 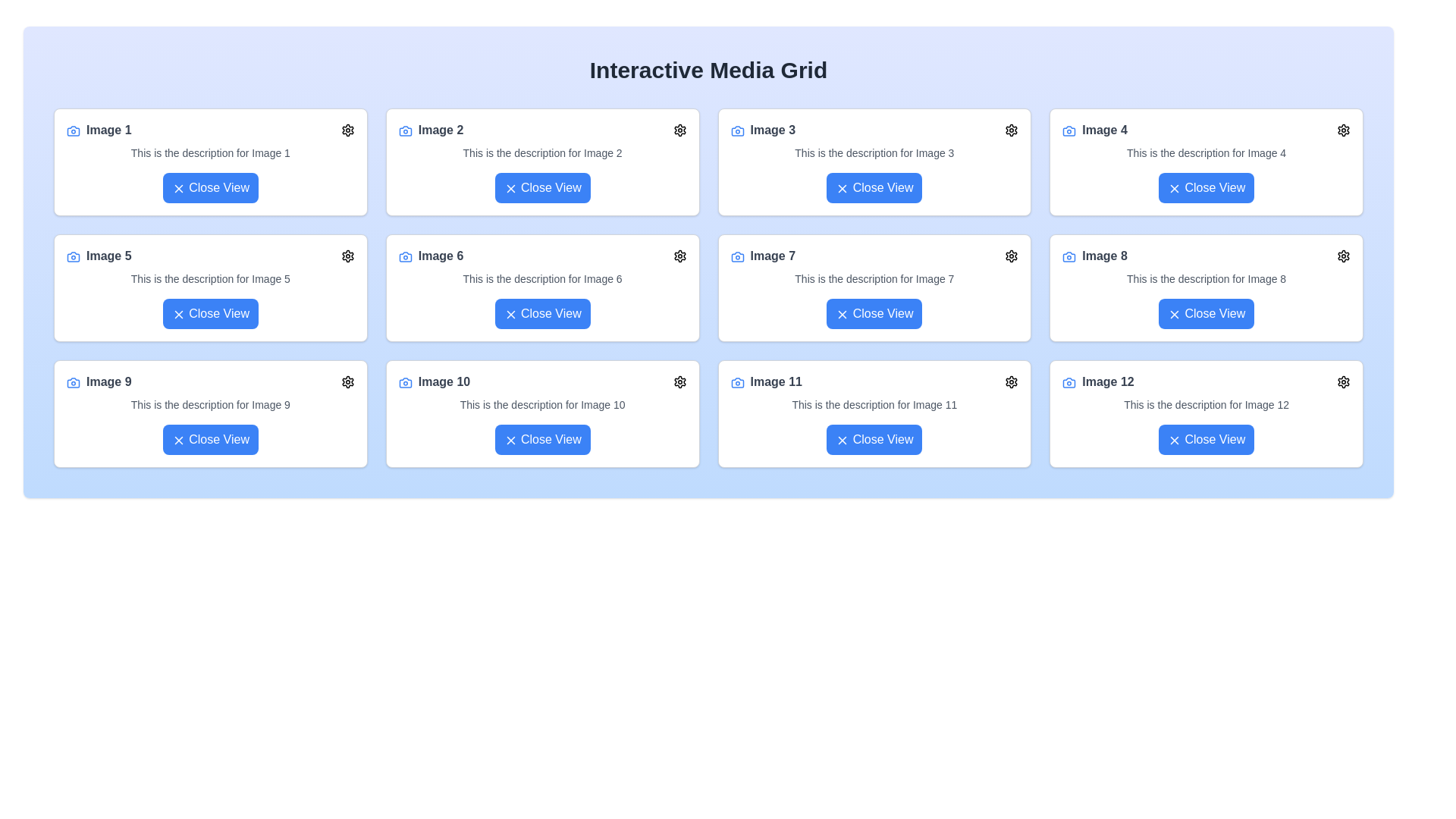 I want to click on the 'Interactive Media Grid' title, so click(x=708, y=70).